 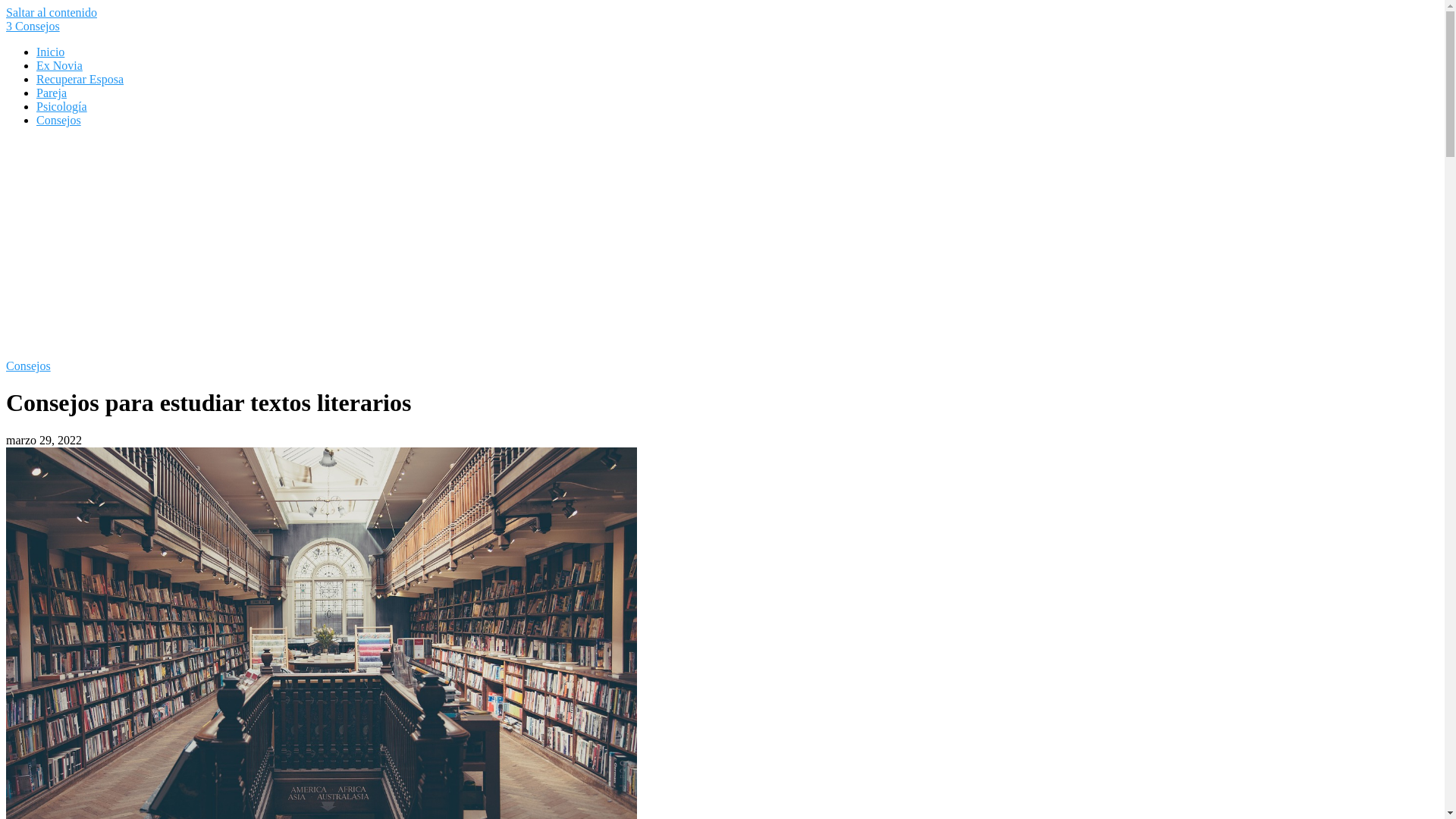 What do you see at coordinates (58, 119) in the screenshot?
I see `'Consejos'` at bounding box center [58, 119].